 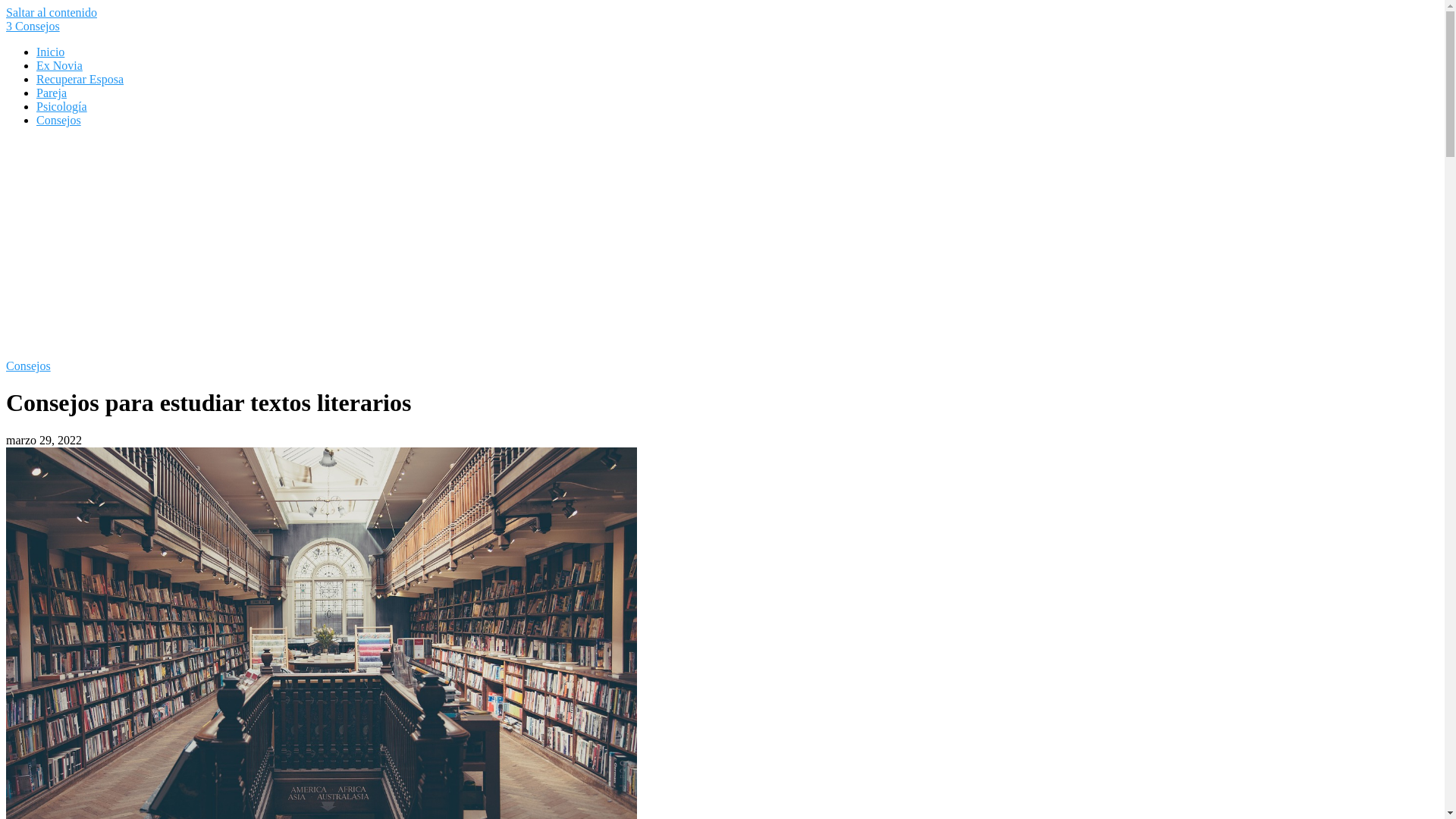 What do you see at coordinates (58, 119) in the screenshot?
I see `'Consejos'` at bounding box center [58, 119].